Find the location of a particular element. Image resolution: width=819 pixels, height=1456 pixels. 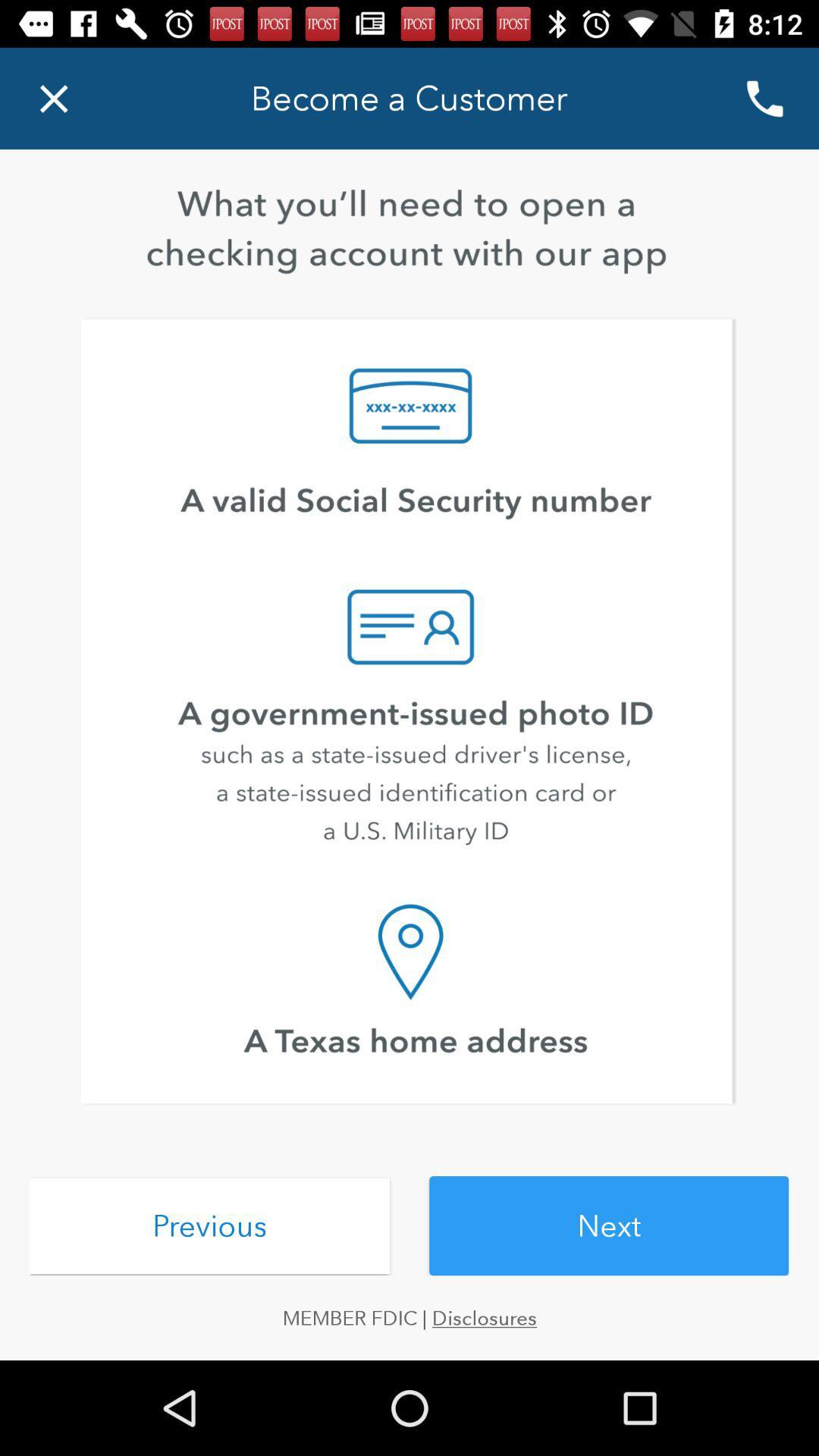

next icon is located at coordinates (608, 1225).